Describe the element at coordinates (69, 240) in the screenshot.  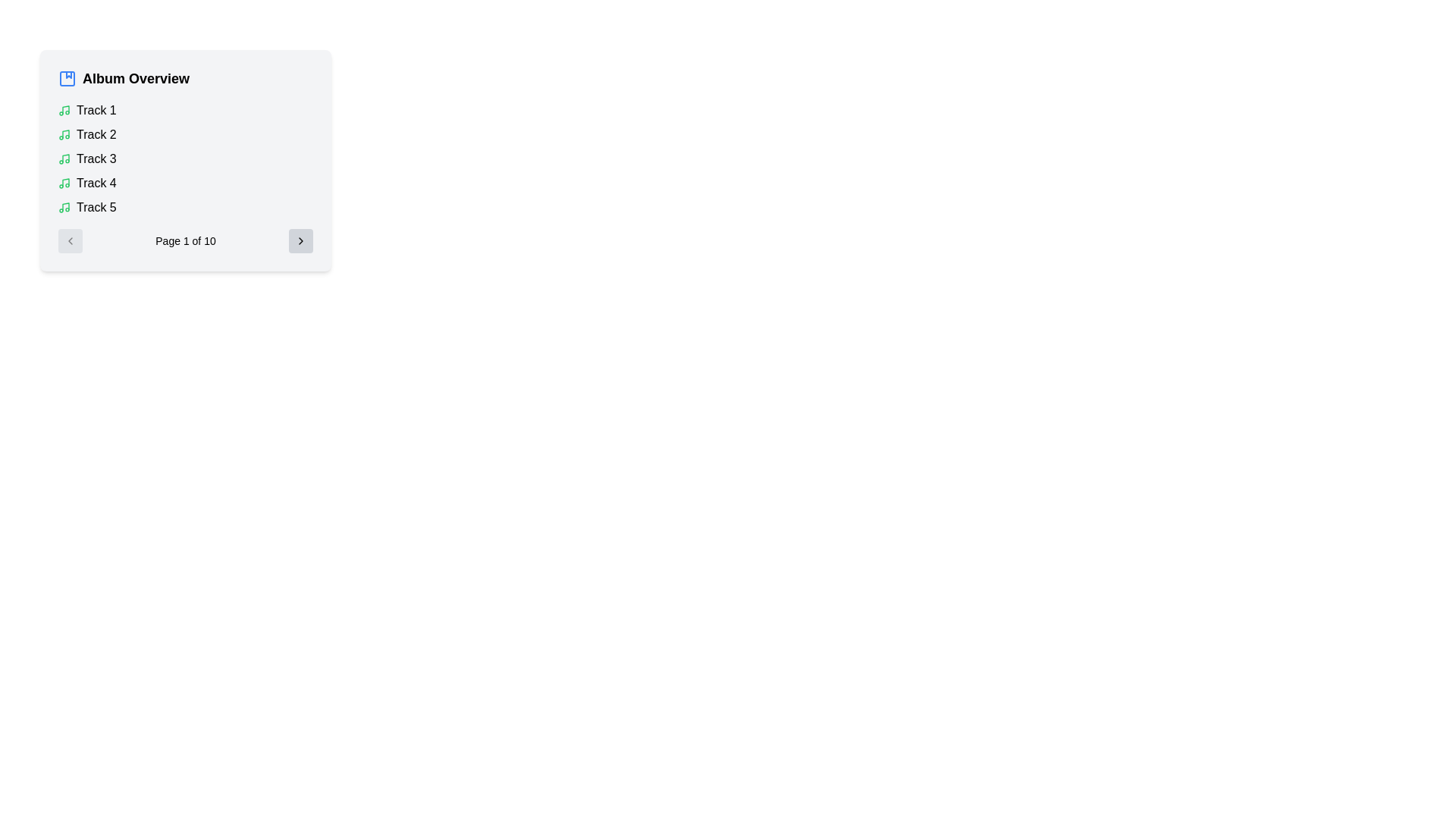
I see `the small left-facing chevron icon contained within the gray rectangular button at the bottom left of the album overview card` at that location.